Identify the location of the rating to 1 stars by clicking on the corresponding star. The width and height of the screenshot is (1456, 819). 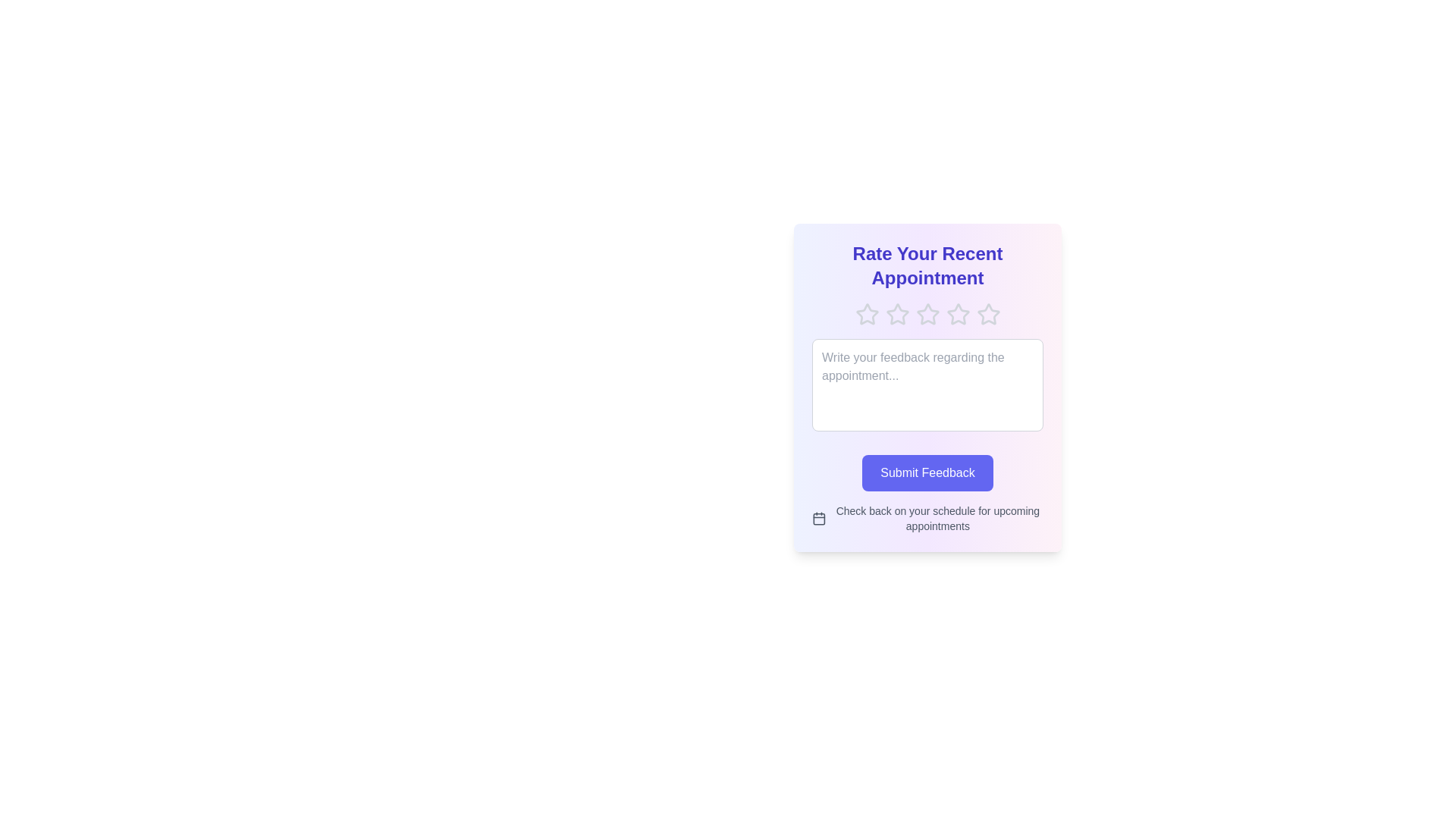
(867, 314).